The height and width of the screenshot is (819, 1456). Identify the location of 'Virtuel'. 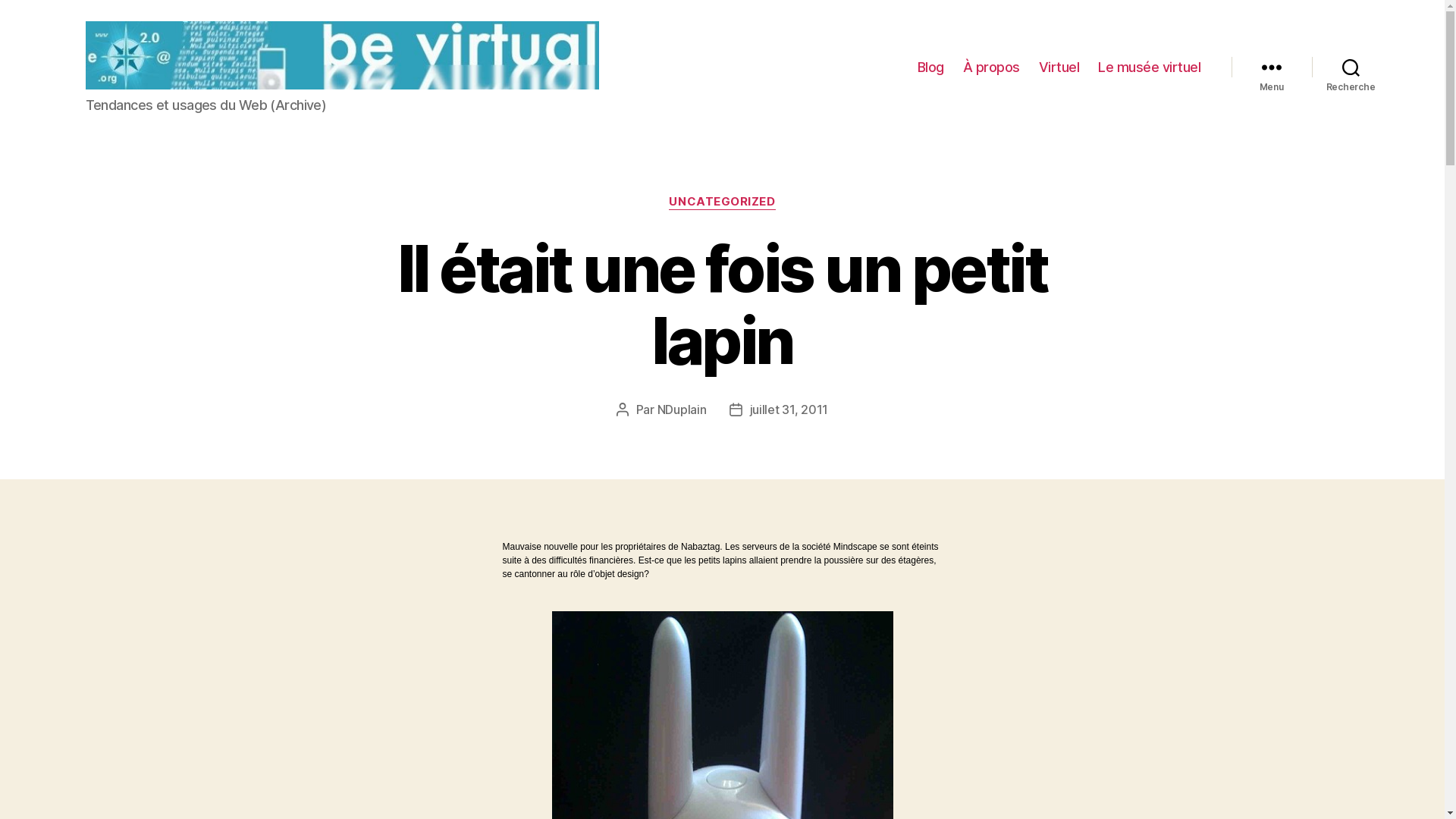
(1037, 66).